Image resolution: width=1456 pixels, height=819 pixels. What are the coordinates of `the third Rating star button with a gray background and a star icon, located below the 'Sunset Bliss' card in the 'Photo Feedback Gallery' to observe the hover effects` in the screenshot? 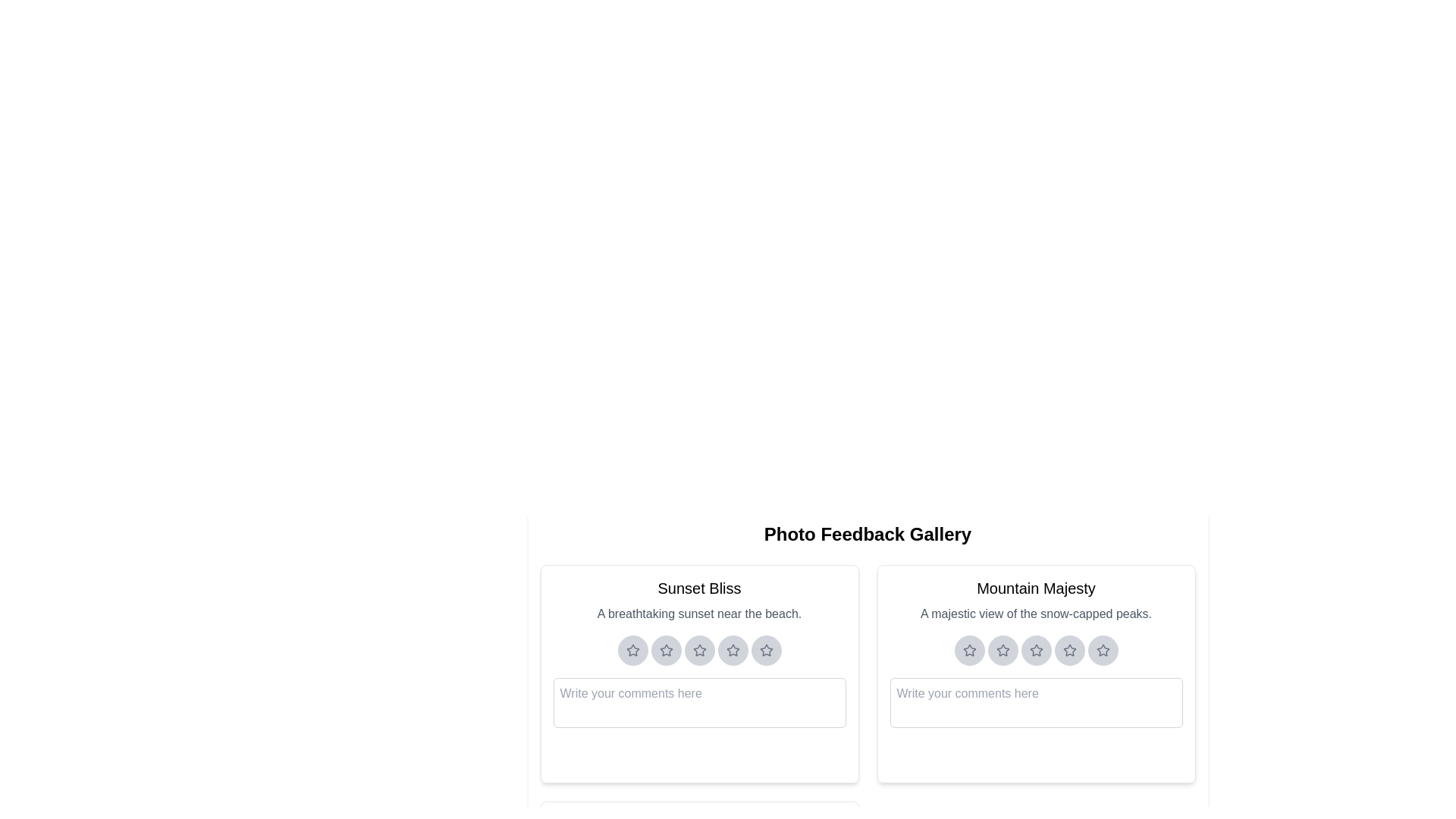 It's located at (698, 649).